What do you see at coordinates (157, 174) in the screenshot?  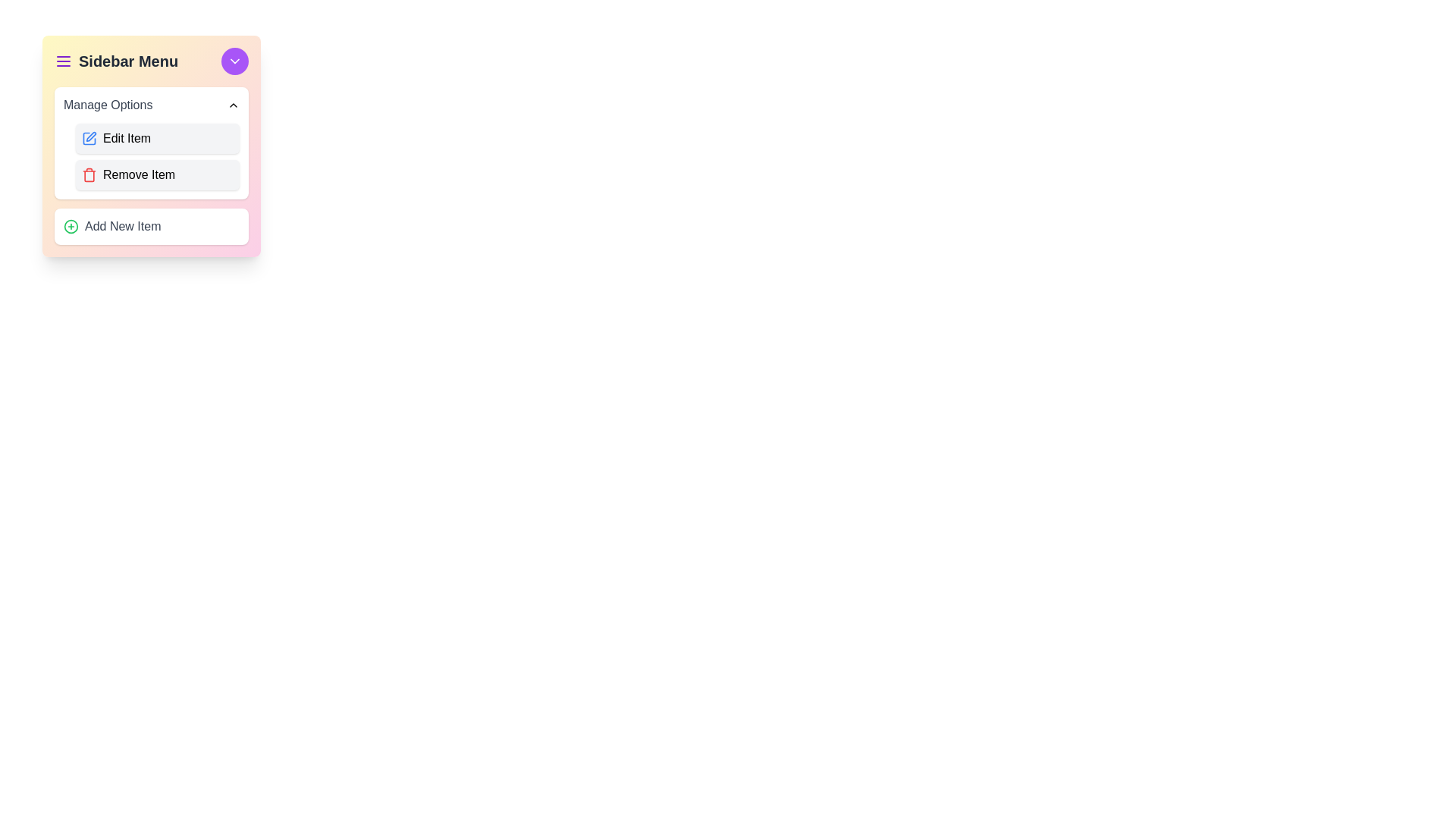 I see `the 'Remove Item' button, which is a rectangular button with a black 'Remove Item' text and a red trash bin icon, located in the 'Manage Options' section below the 'Edit Item' button` at bounding box center [157, 174].